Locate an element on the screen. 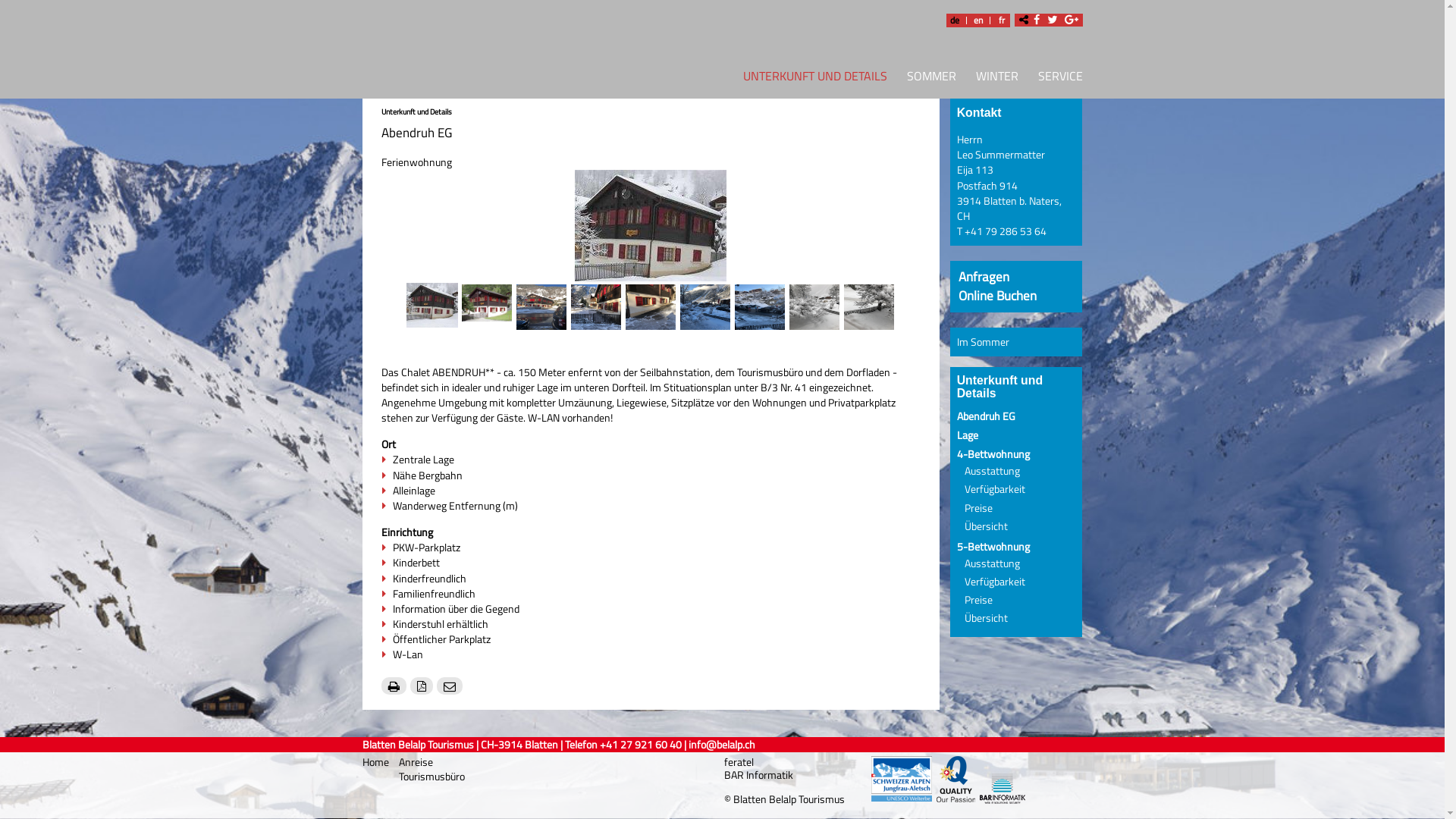 The height and width of the screenshot is (819, 1456). 'UNTERKUNFT UND DETAILS' is located at coordinates (809, 78).